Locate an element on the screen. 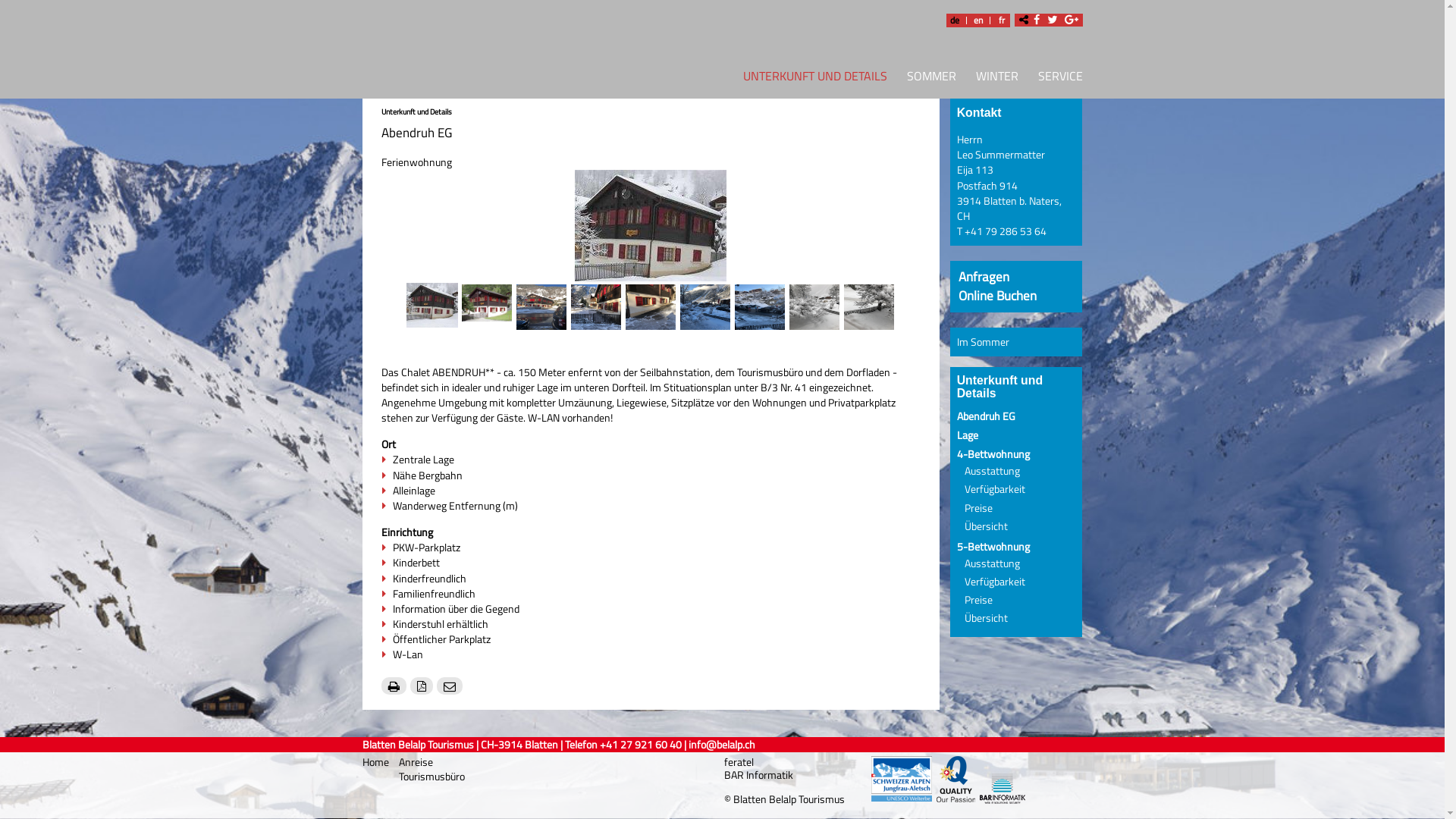 The height and width of the screenshot is (819, 1456). 'UNTERKUNFT UND DETAILS' is located at coordinates (809, 78).